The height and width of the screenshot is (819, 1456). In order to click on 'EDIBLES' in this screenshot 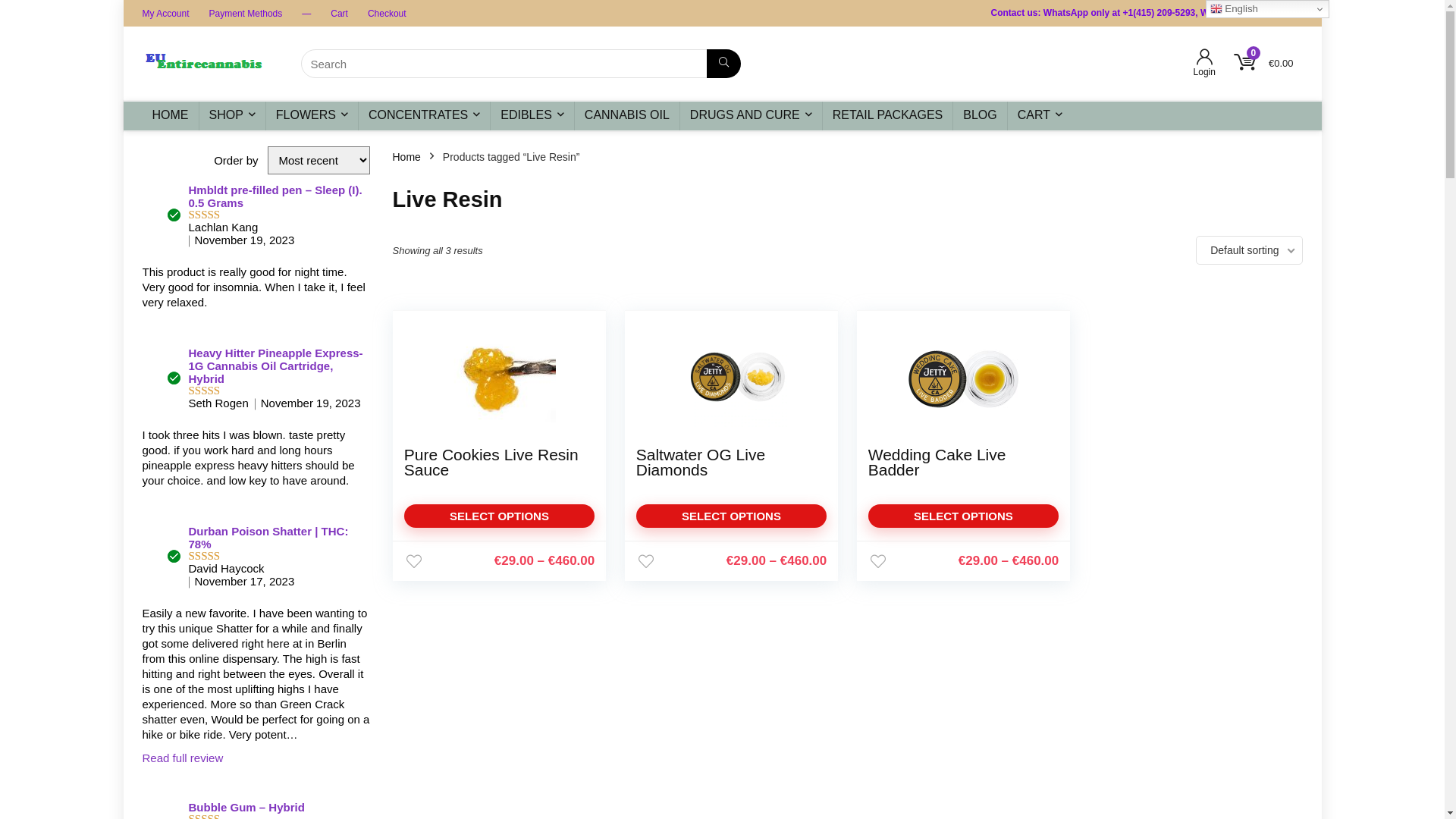, I will do `click(532, 115)`.